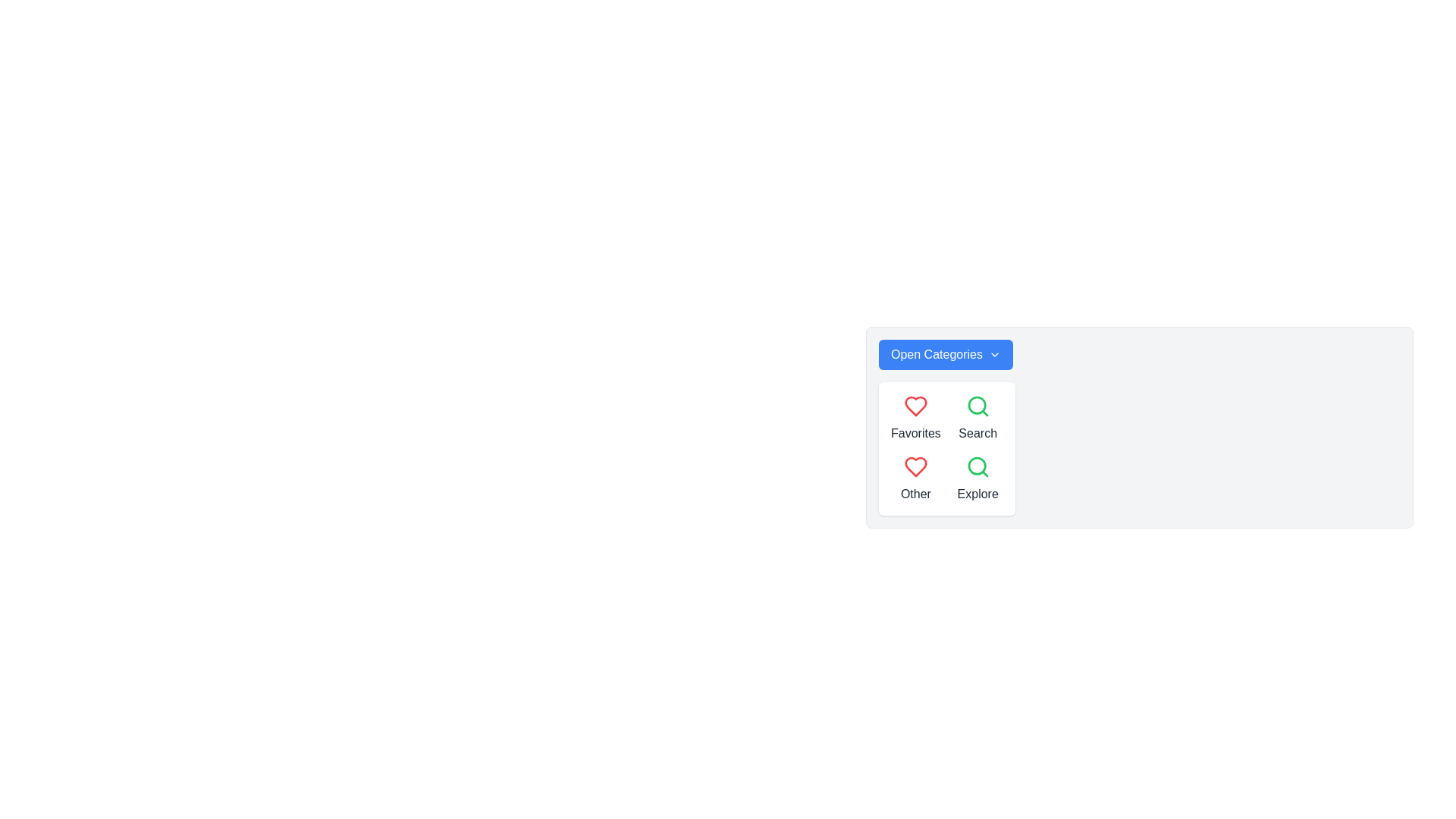 The image size is (1456, 819). I want to click on the Static Text Label that describes the purpose of the magnifying glass icon next to it, so click(977, 433).